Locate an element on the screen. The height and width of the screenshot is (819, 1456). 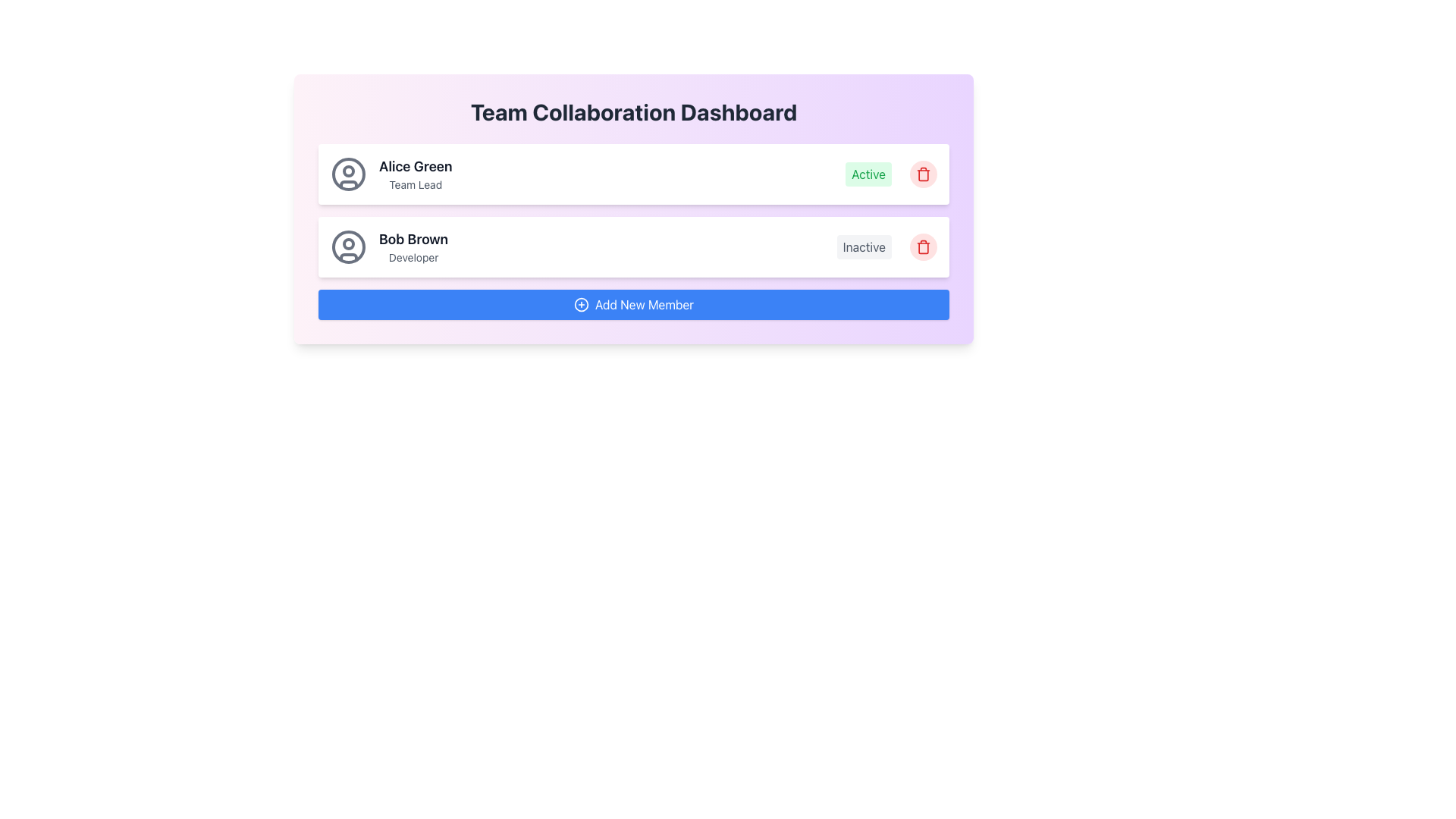
the lower portion of the circular user icon representing Bob Brown, styled to resemble a shirt collar within a user representation graphic is located at coordinates (348, 256).